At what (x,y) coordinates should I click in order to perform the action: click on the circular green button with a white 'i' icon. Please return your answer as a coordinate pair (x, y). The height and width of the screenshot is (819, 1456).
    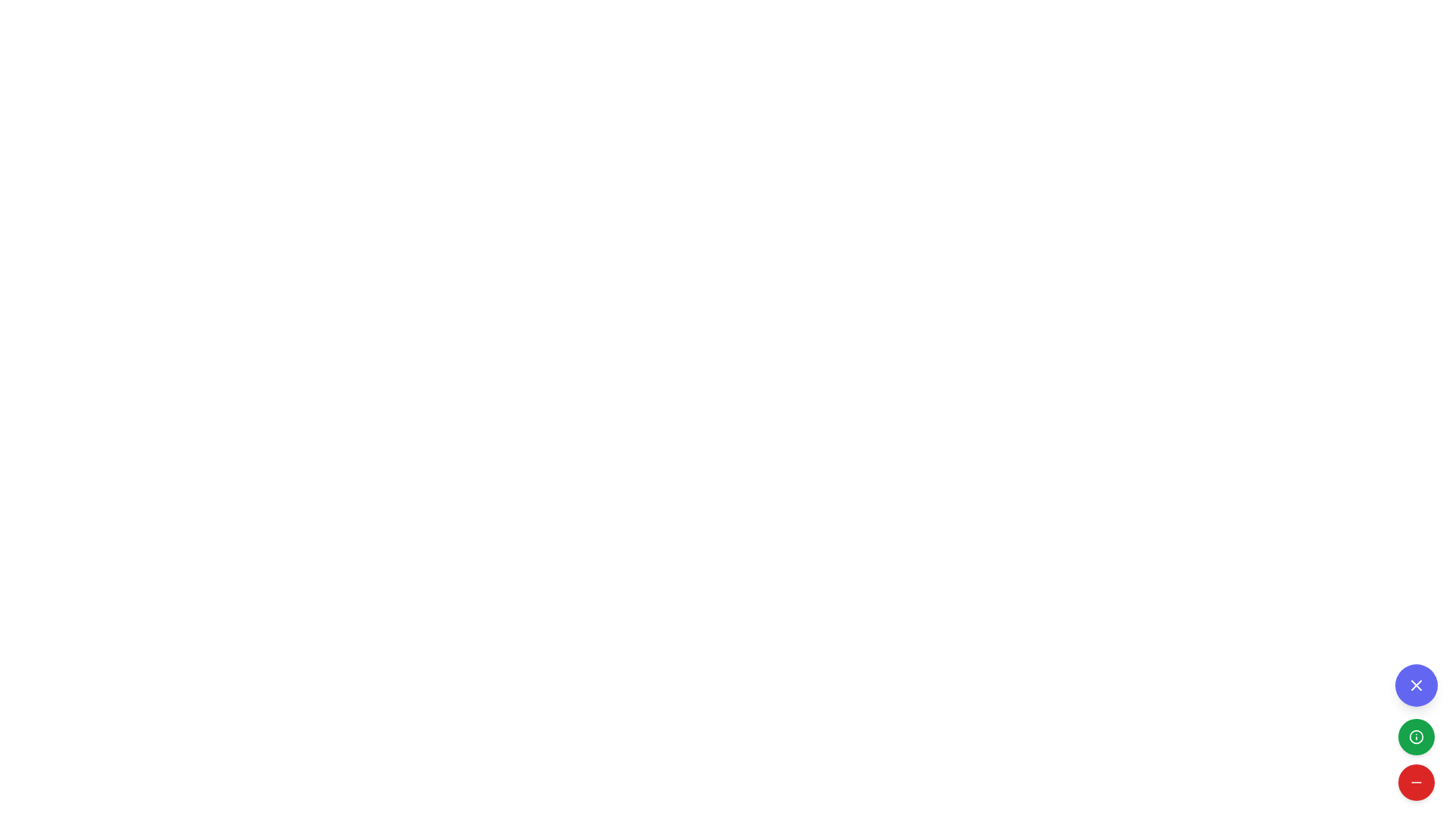
    Looking at the image, I should click on (1415, 731).